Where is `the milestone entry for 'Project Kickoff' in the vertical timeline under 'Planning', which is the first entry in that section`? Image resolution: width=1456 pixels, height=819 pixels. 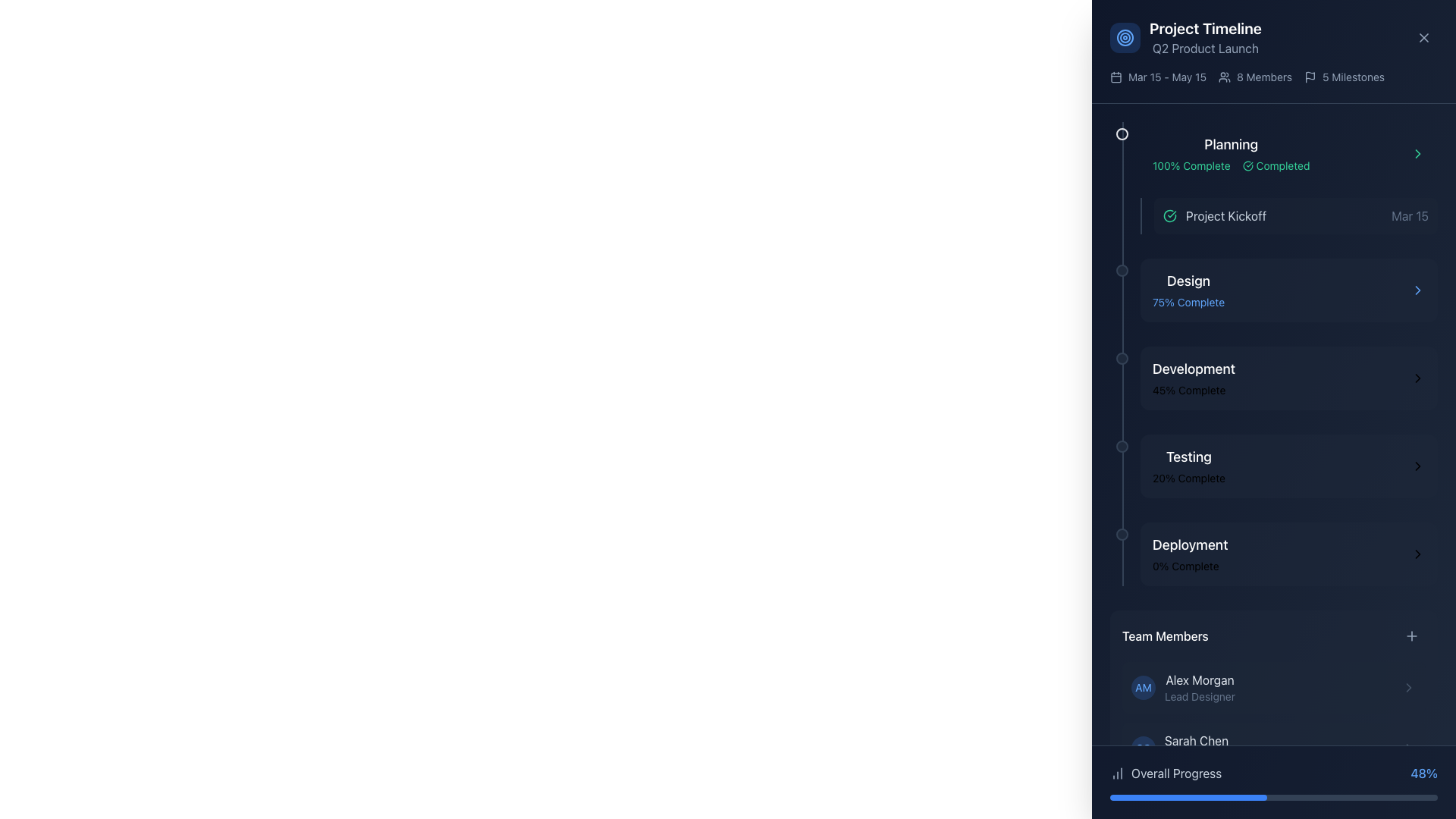
the milestone entry for 'Project Kickoff' in the vertical timeline under 'Planning', which is the first entry in that section is located at coordinates (1294, 216).